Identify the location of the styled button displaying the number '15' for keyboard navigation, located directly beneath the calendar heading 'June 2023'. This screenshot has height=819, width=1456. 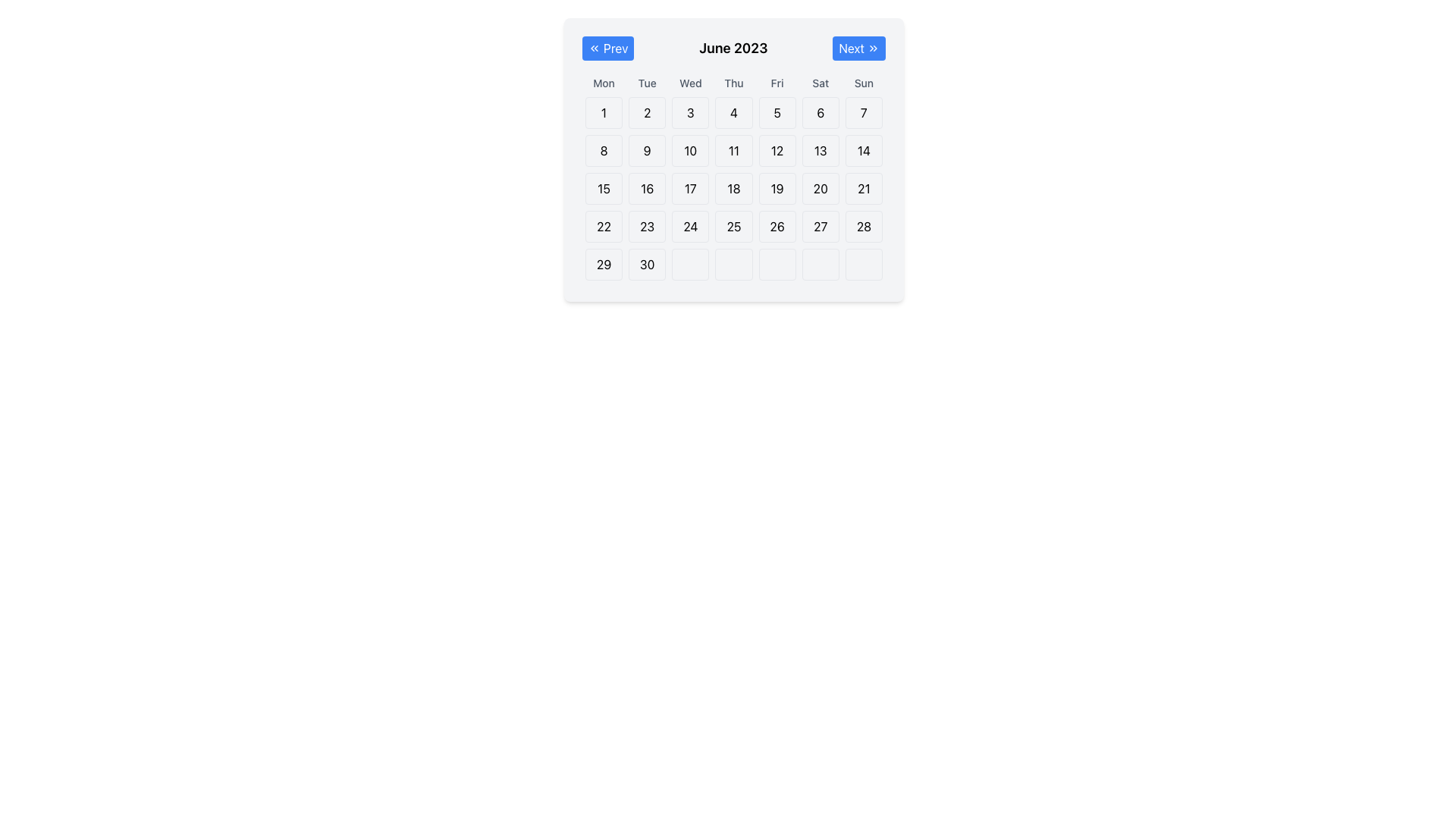
(603, 188).